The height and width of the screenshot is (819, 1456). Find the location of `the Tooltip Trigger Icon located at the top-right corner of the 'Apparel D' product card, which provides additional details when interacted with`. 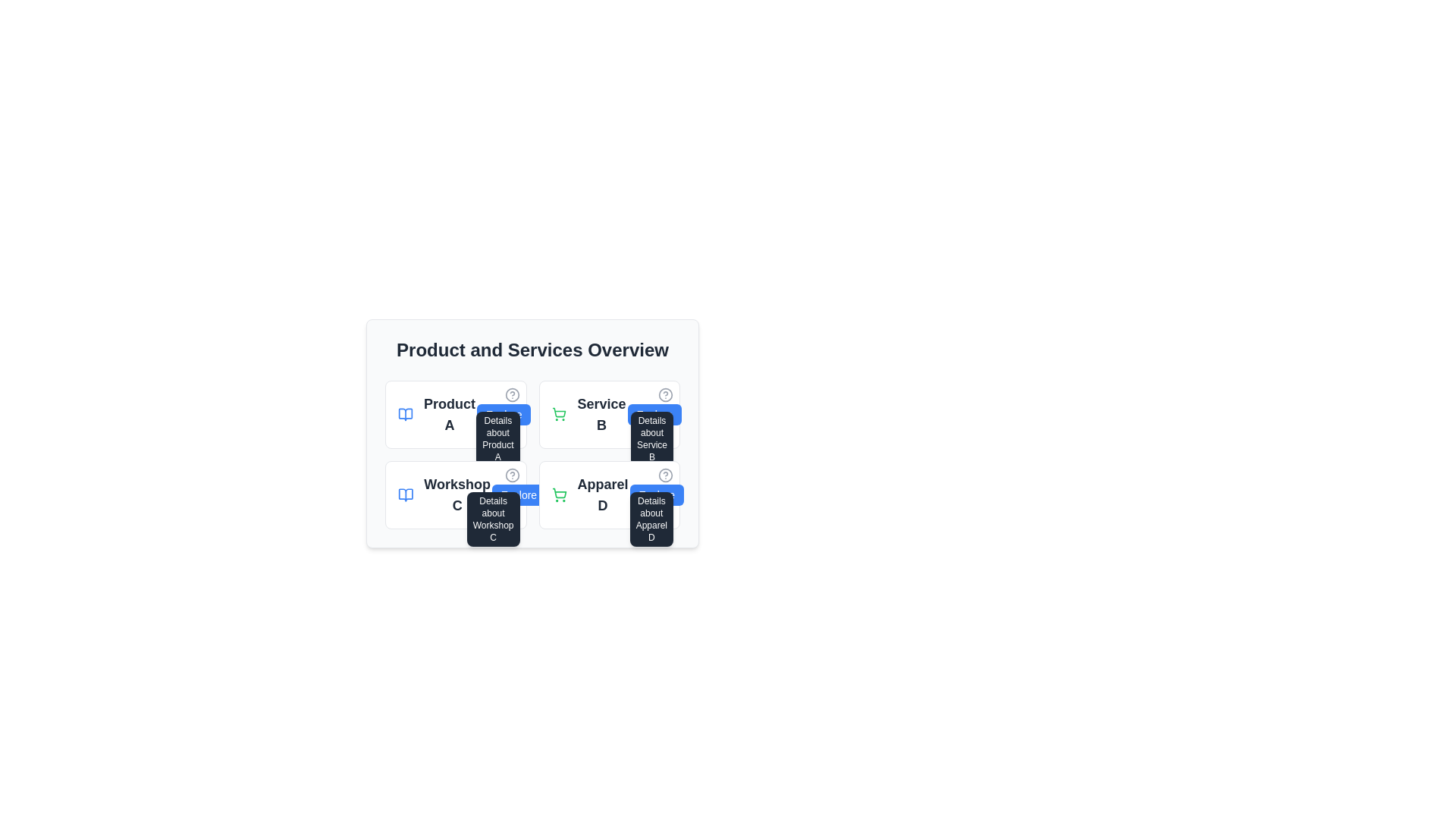

the Tooltip Trigger Icon located at the top-right corner of the 'Apparel D' product card, which provides additional details when interacted with is located at coordinates (666, 475).